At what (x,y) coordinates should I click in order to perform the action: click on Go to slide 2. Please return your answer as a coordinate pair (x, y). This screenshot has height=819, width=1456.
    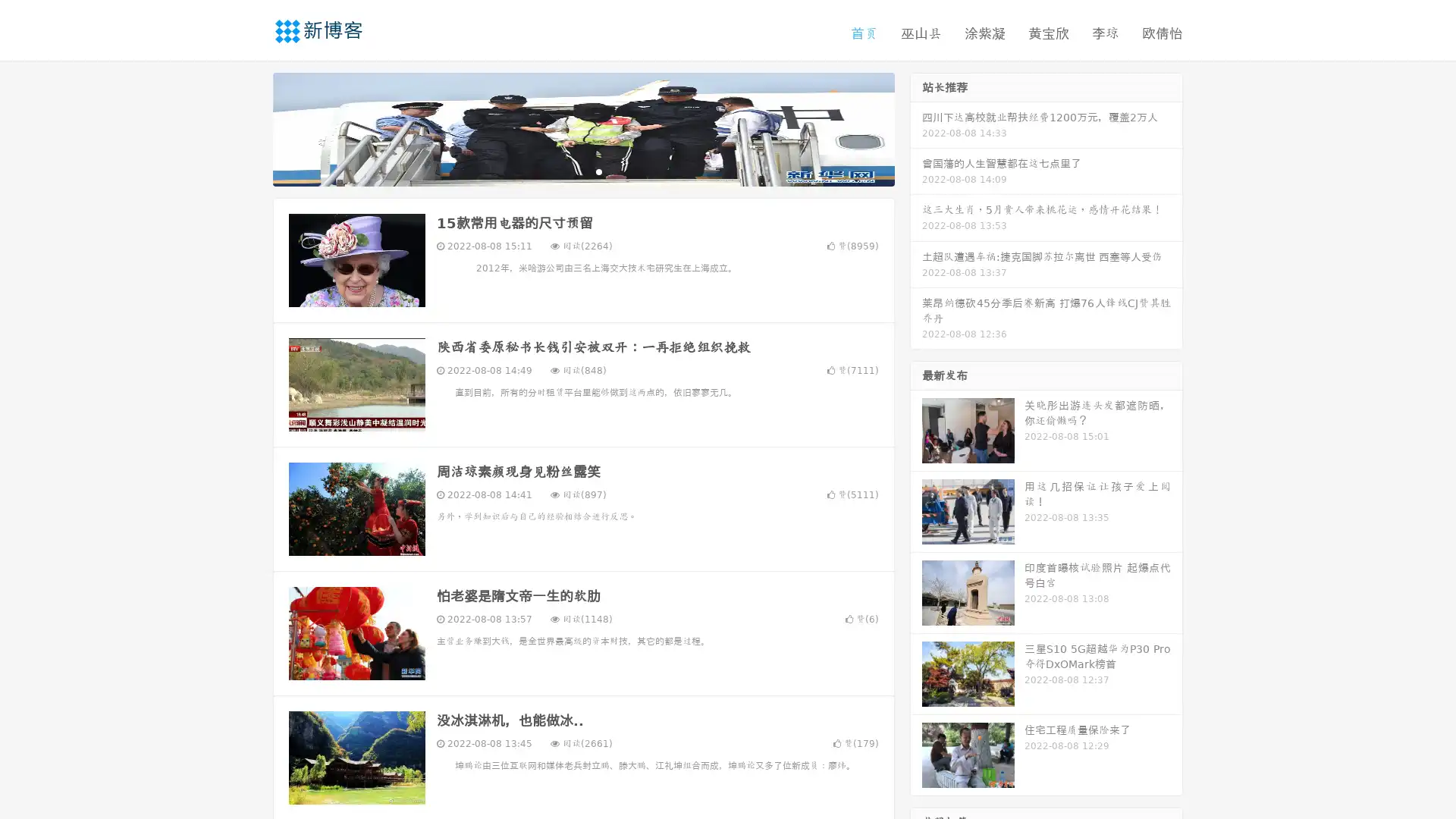
    Looking at the image, I should click on (582, 171).